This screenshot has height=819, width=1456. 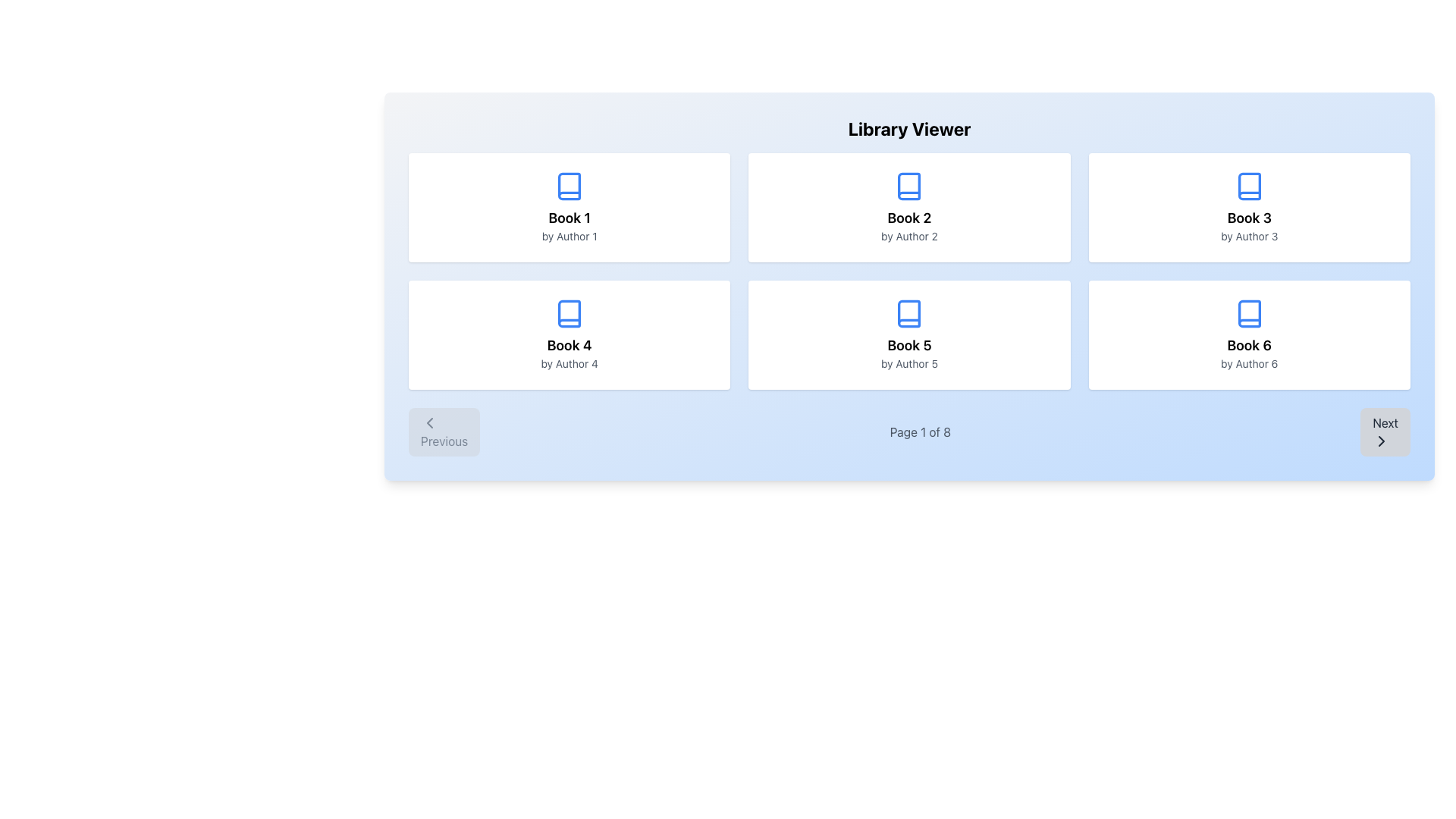 I want to click on the SVG icon representing a book with a blue outline, located at the top of the card for 'Book 3 by Author 3', so click(x=1249, y=186).